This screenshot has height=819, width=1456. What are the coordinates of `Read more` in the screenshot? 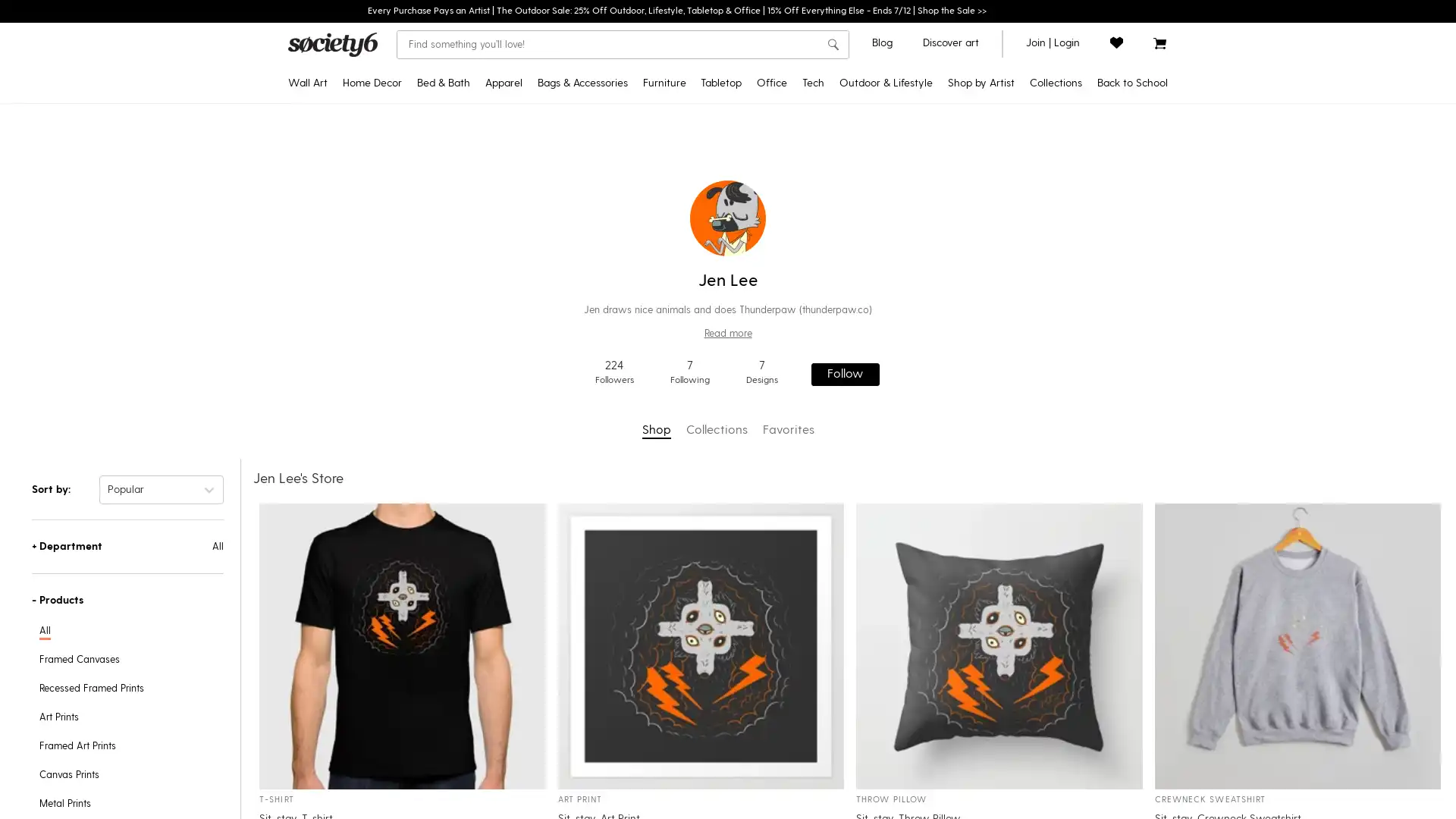 It's located at (728, 333).